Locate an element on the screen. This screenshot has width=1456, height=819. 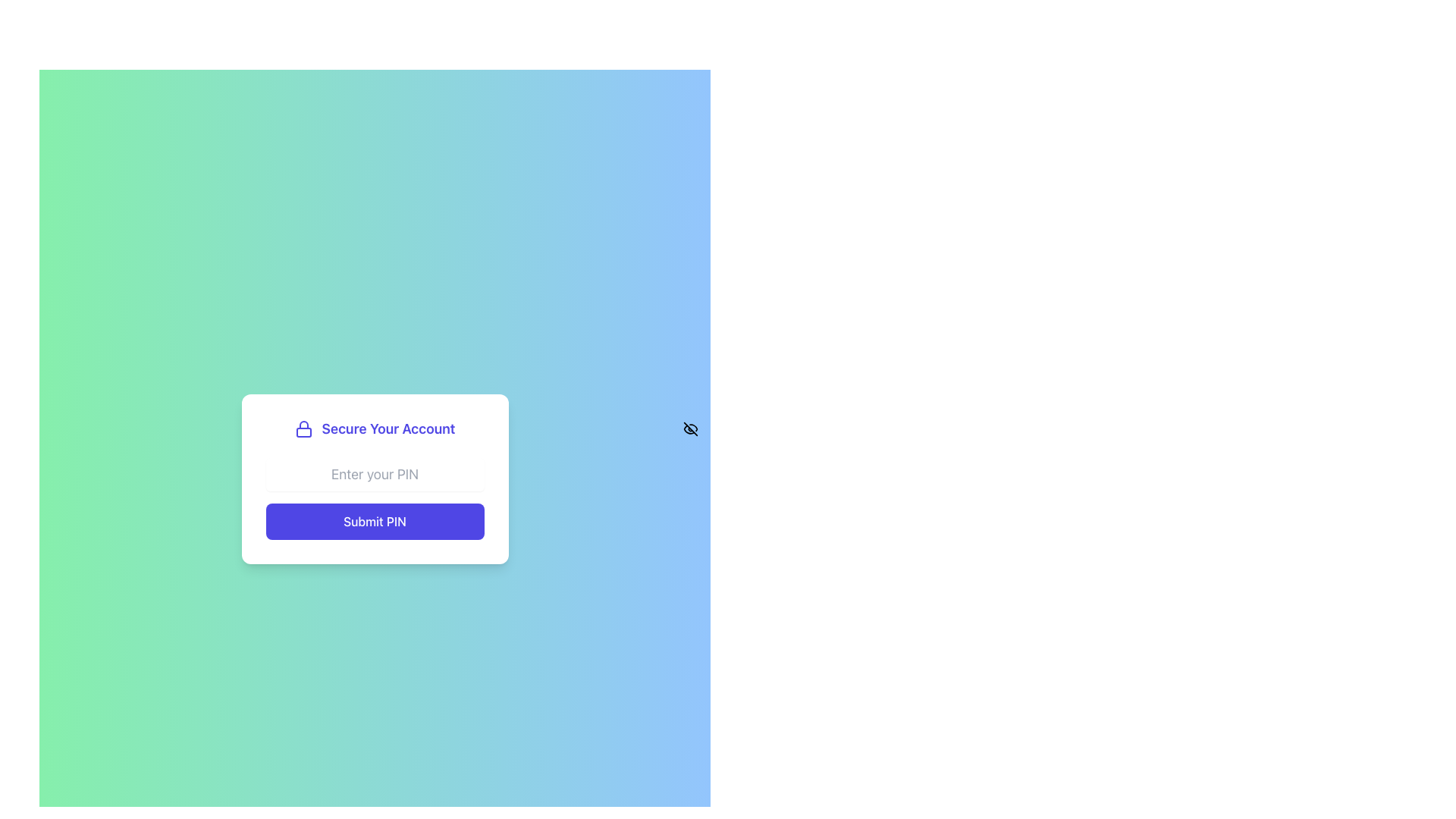
the lower rectangular section of the lock icon, which is part of the lock icon indicating security, located above the text 'Secure Your Account.' is located at coordinates (303, 432).